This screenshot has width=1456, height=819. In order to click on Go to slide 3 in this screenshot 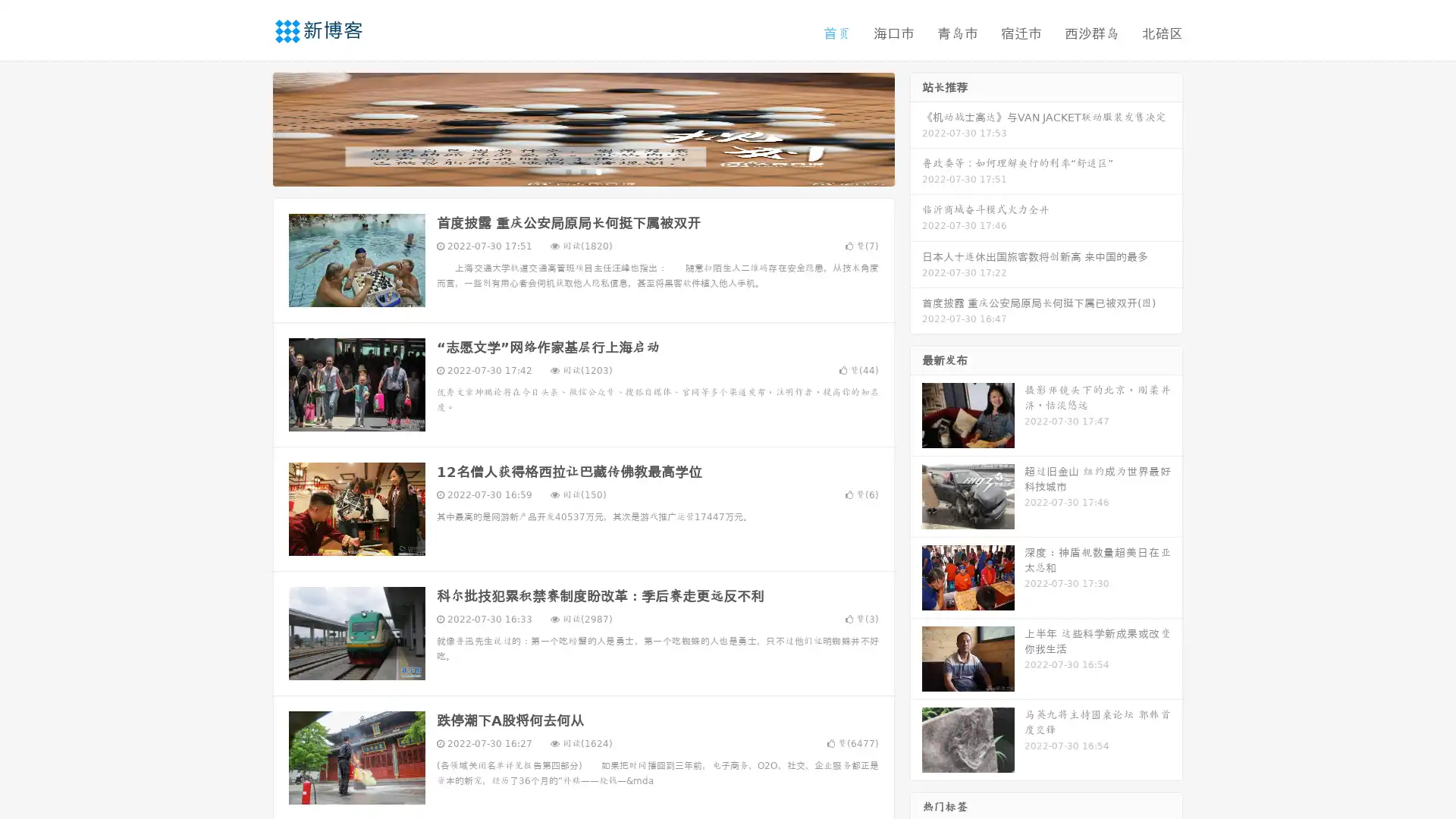, I will do `click(598, 171)`.